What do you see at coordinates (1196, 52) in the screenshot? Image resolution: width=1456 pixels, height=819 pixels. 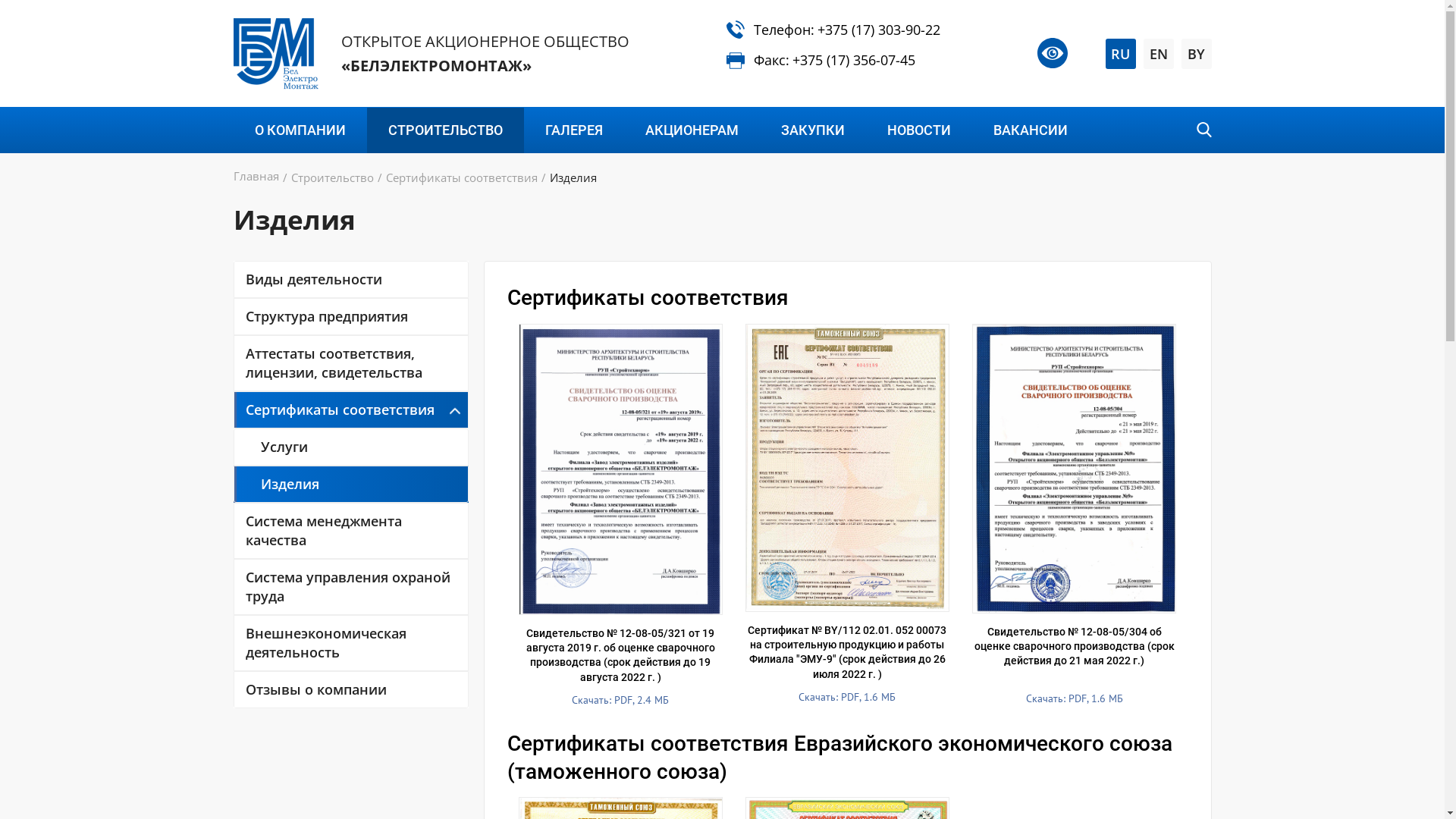 I see `'BY'` at bounding box center [1196, 52].